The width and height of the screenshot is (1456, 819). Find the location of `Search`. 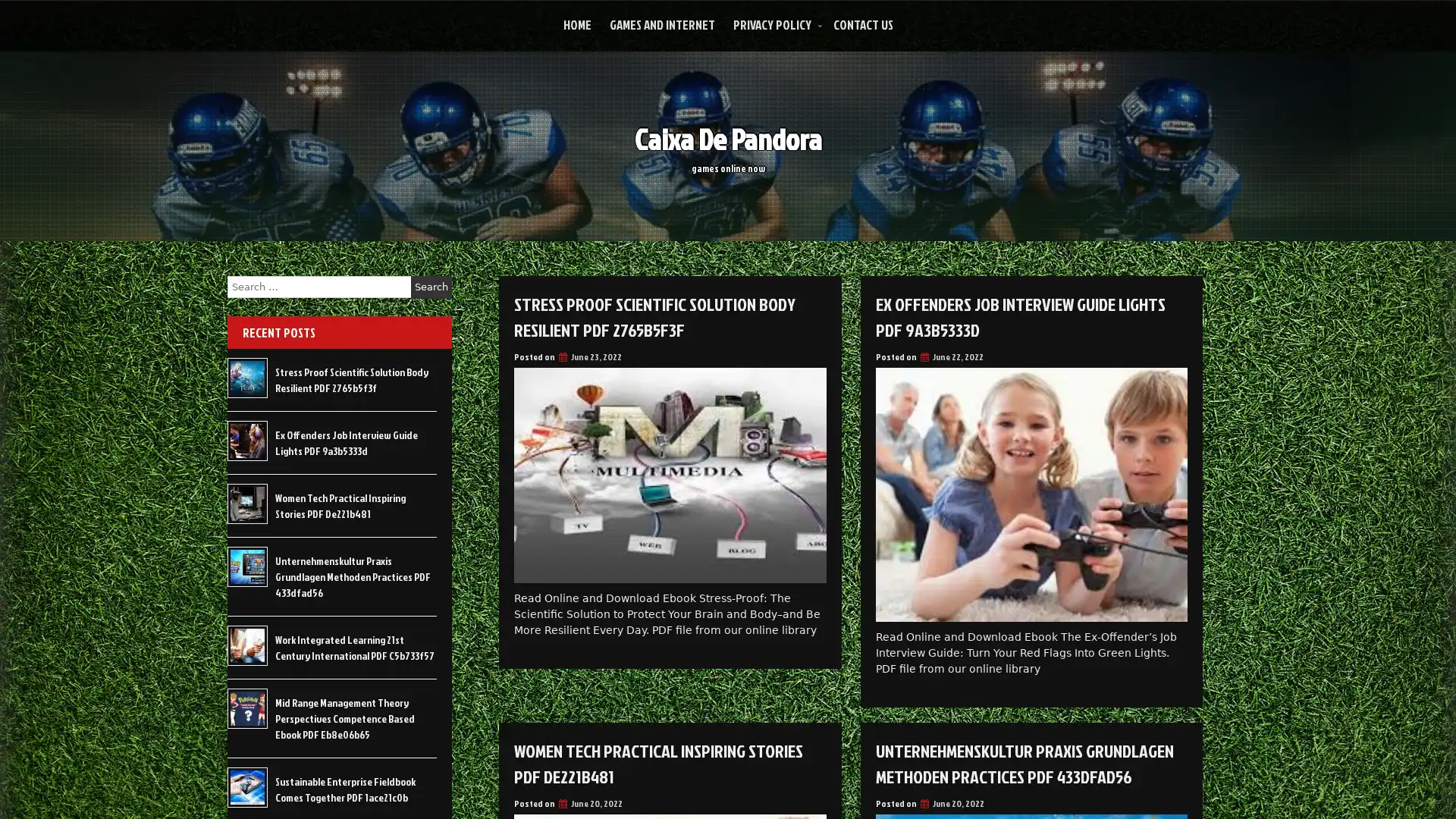

Search is located at coordinates (431, 287).